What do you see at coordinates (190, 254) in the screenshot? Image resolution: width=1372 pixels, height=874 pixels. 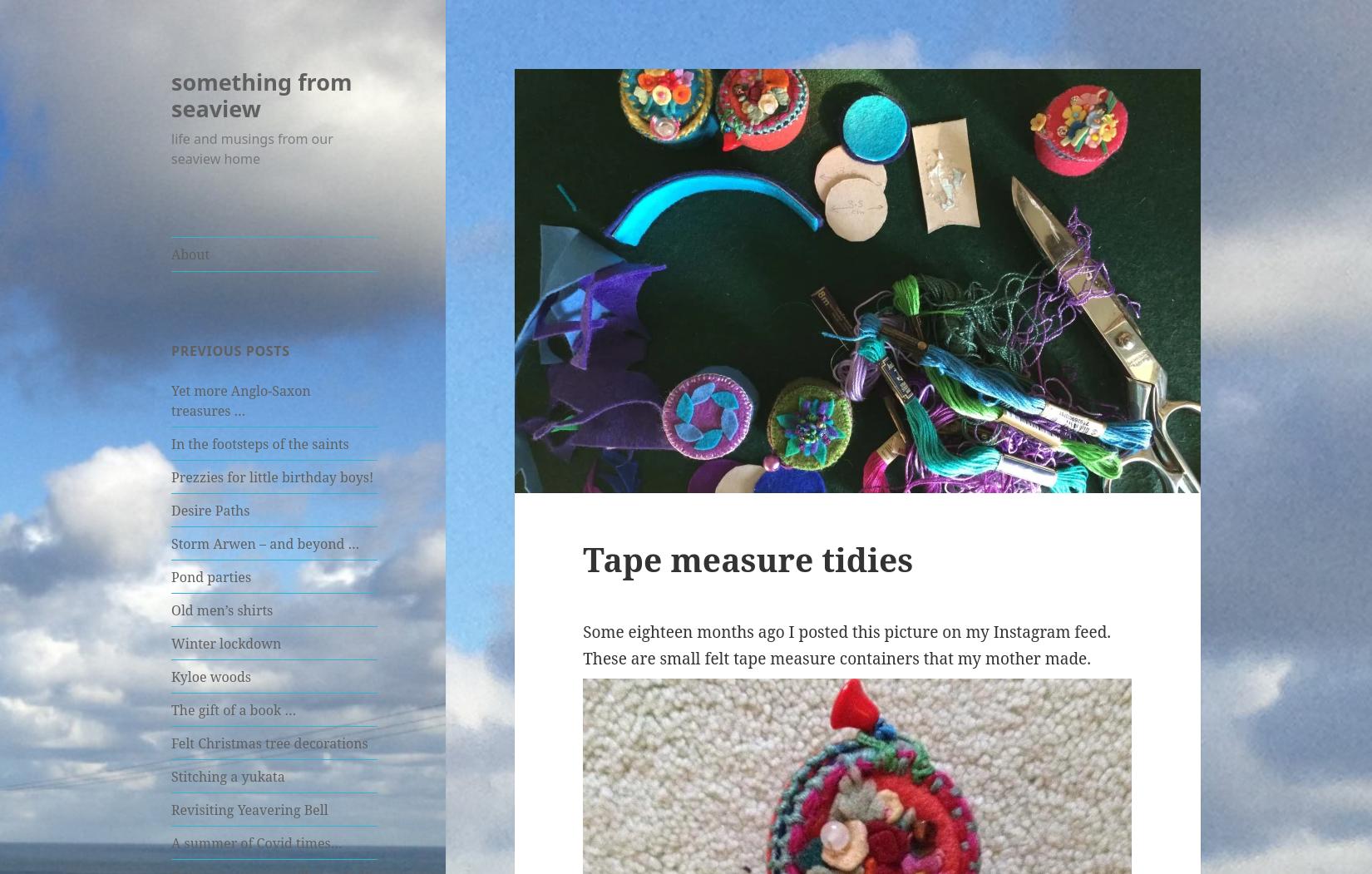 I see `'About'` at bounding box center [190, 254].